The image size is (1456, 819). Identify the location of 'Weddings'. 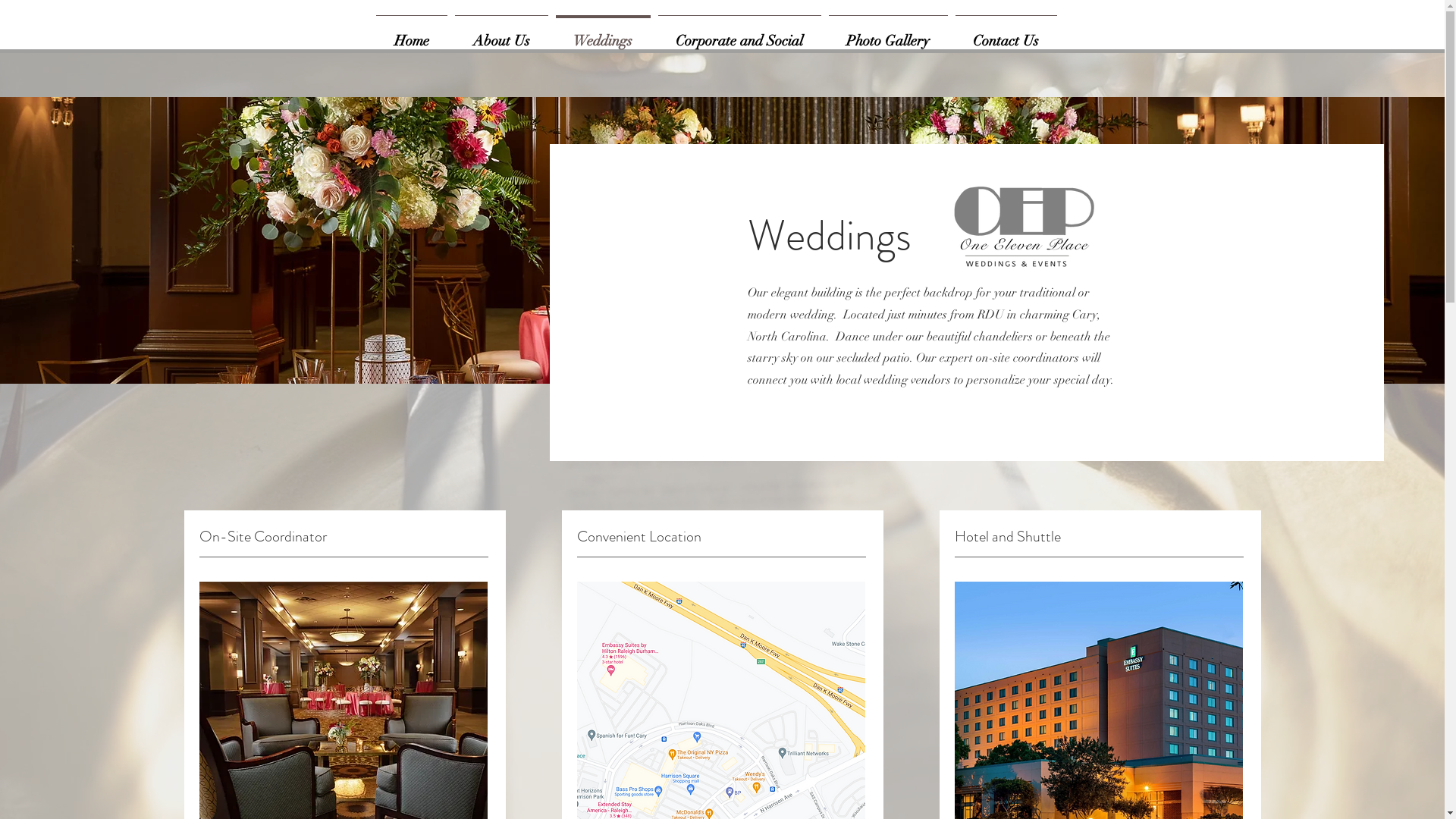
(602, 34).